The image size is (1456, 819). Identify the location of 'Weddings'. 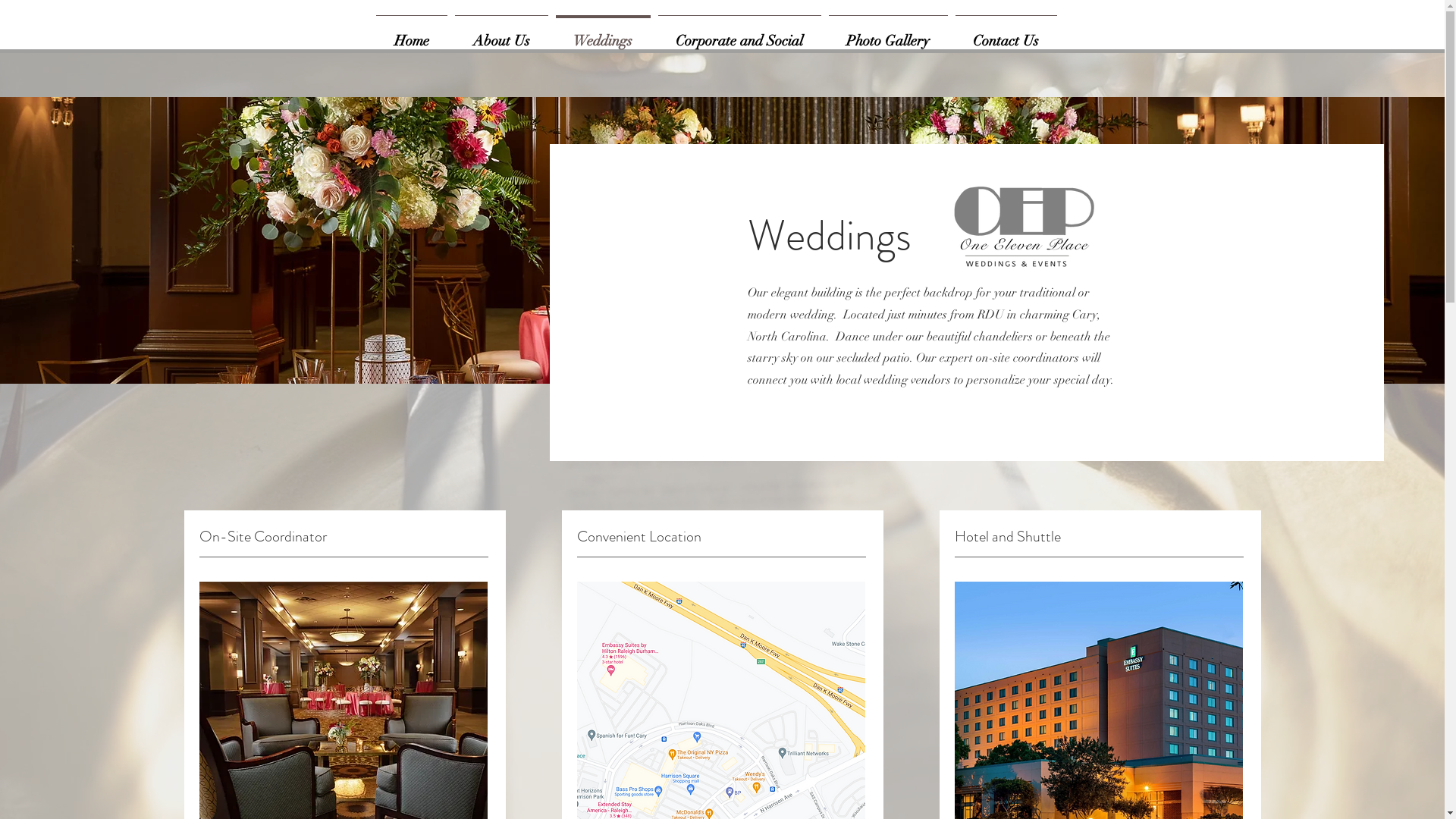
(602, 34).